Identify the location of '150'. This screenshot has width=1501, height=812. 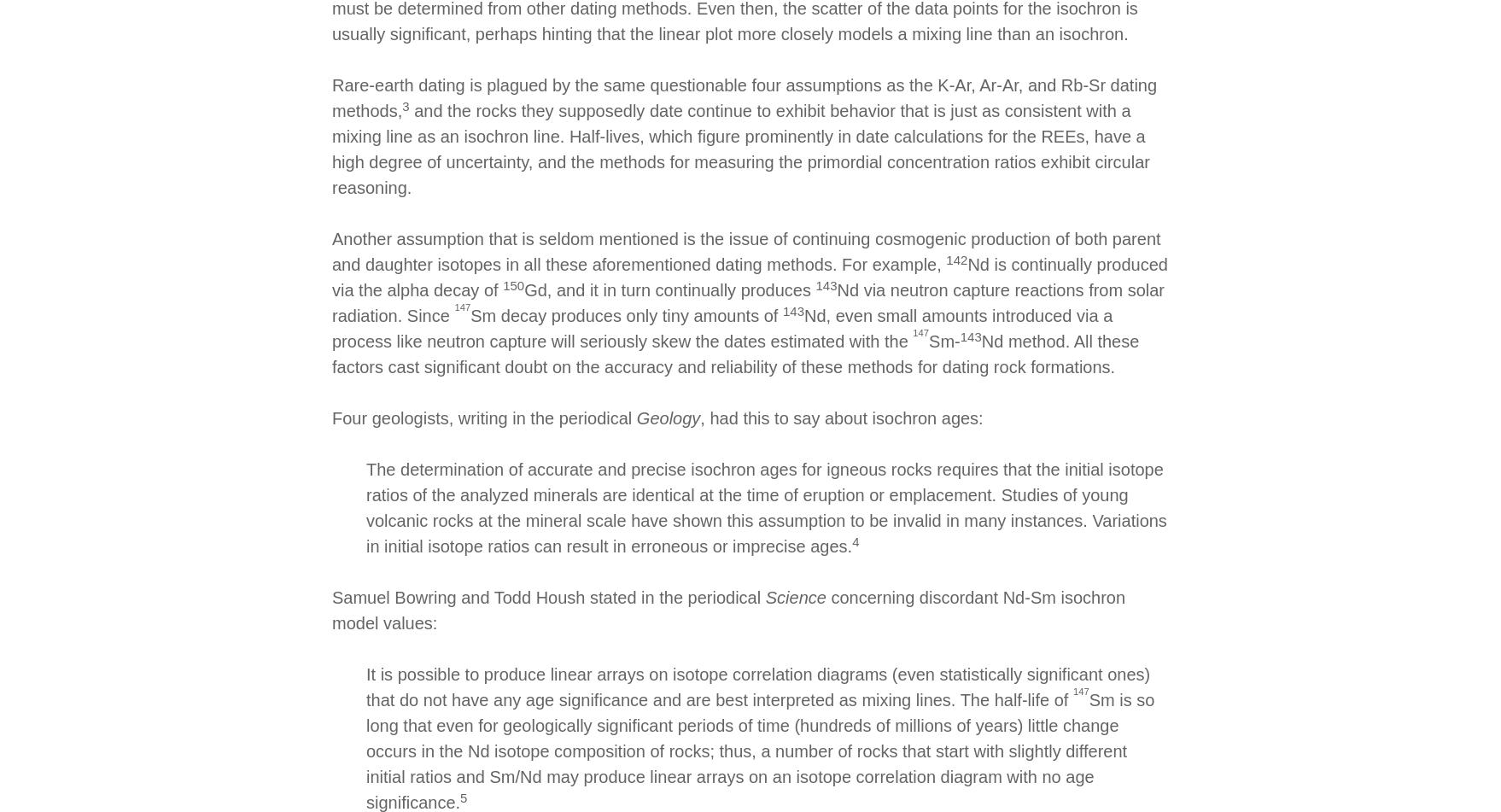
(502, 284).